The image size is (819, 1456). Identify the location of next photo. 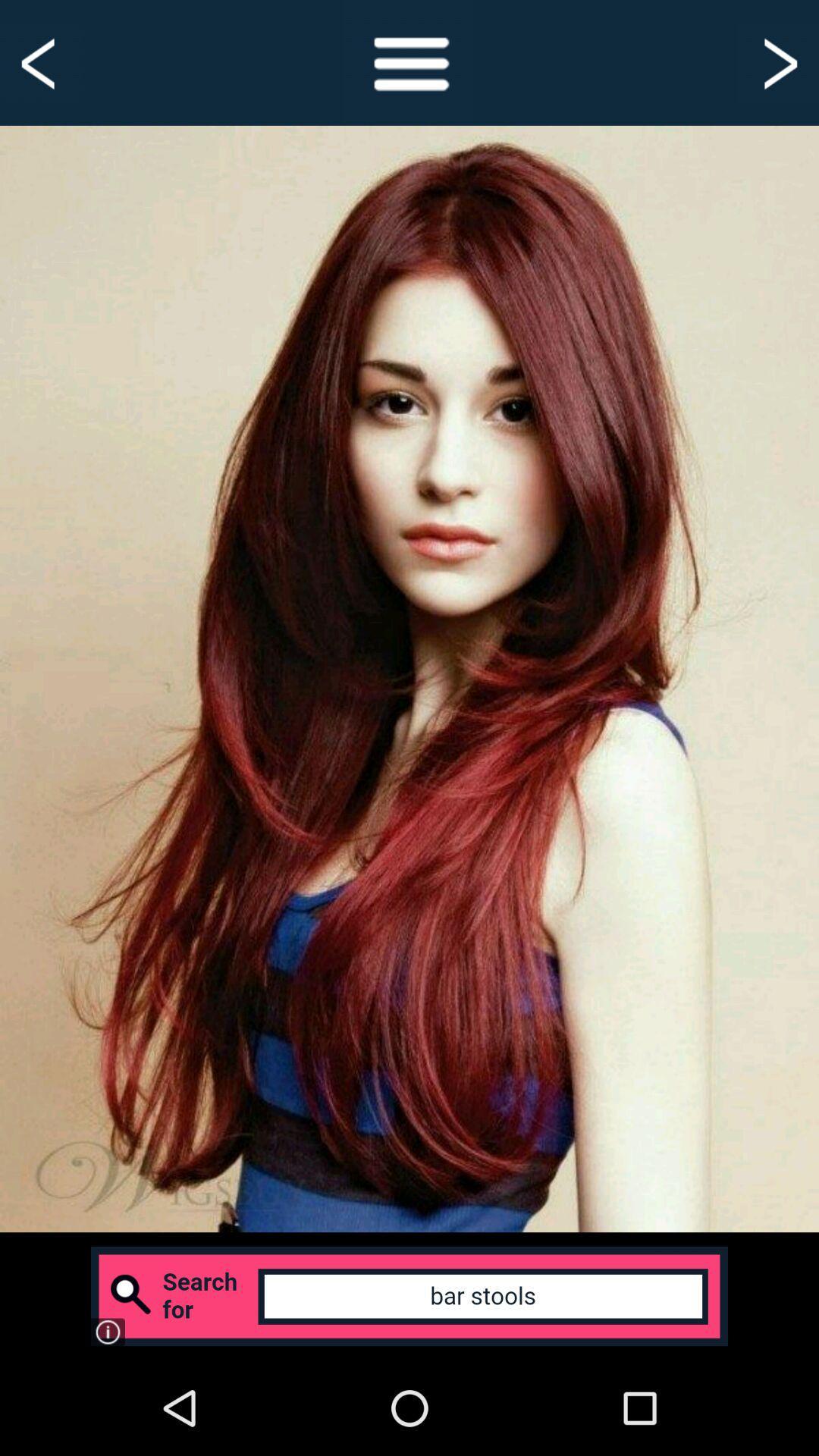
(778, 61).